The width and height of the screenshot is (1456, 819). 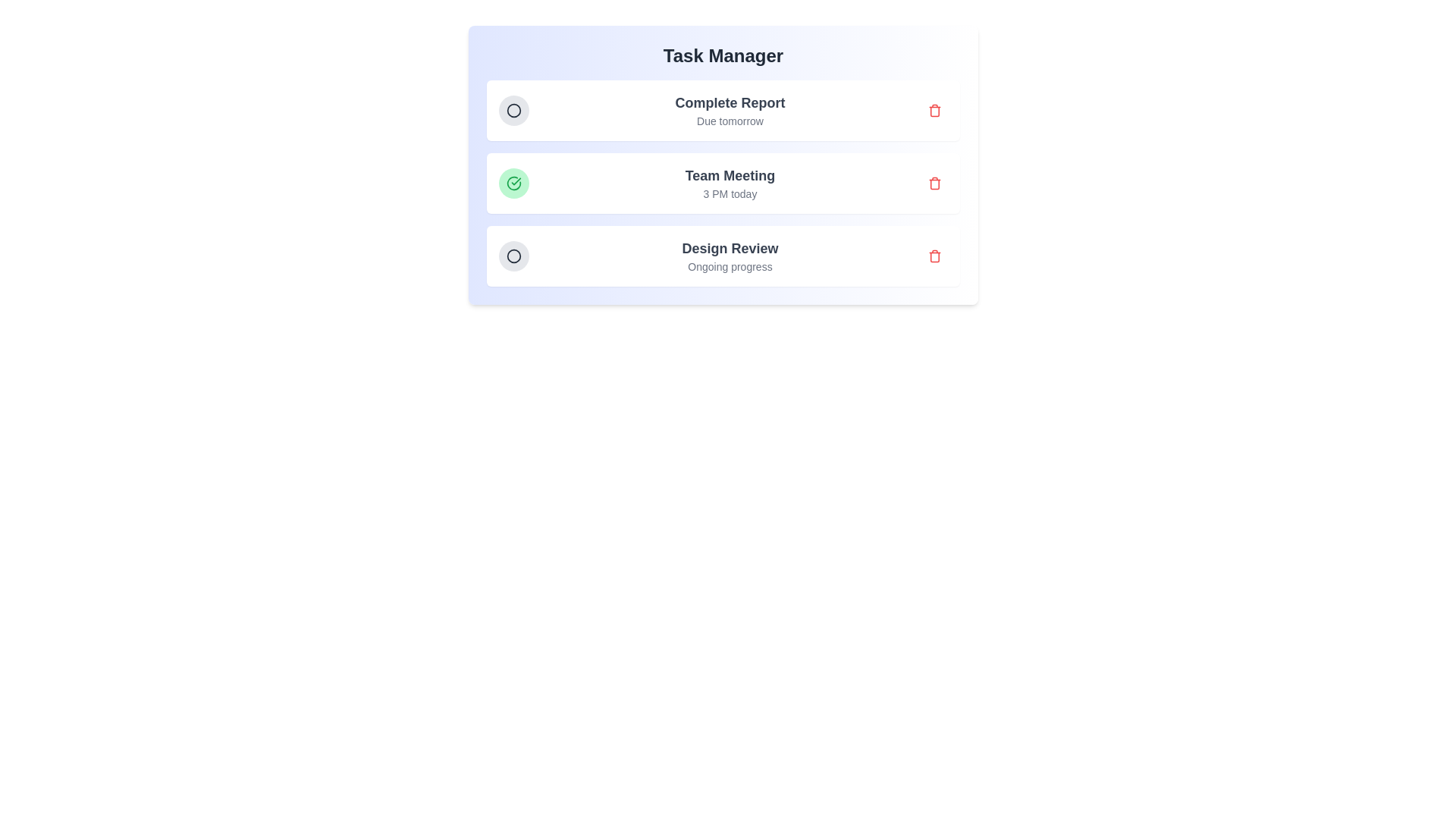 I want to click on the delete icon button located at the far right of the row associated with the 'Complete Report' task, so click(x=934, y=110).